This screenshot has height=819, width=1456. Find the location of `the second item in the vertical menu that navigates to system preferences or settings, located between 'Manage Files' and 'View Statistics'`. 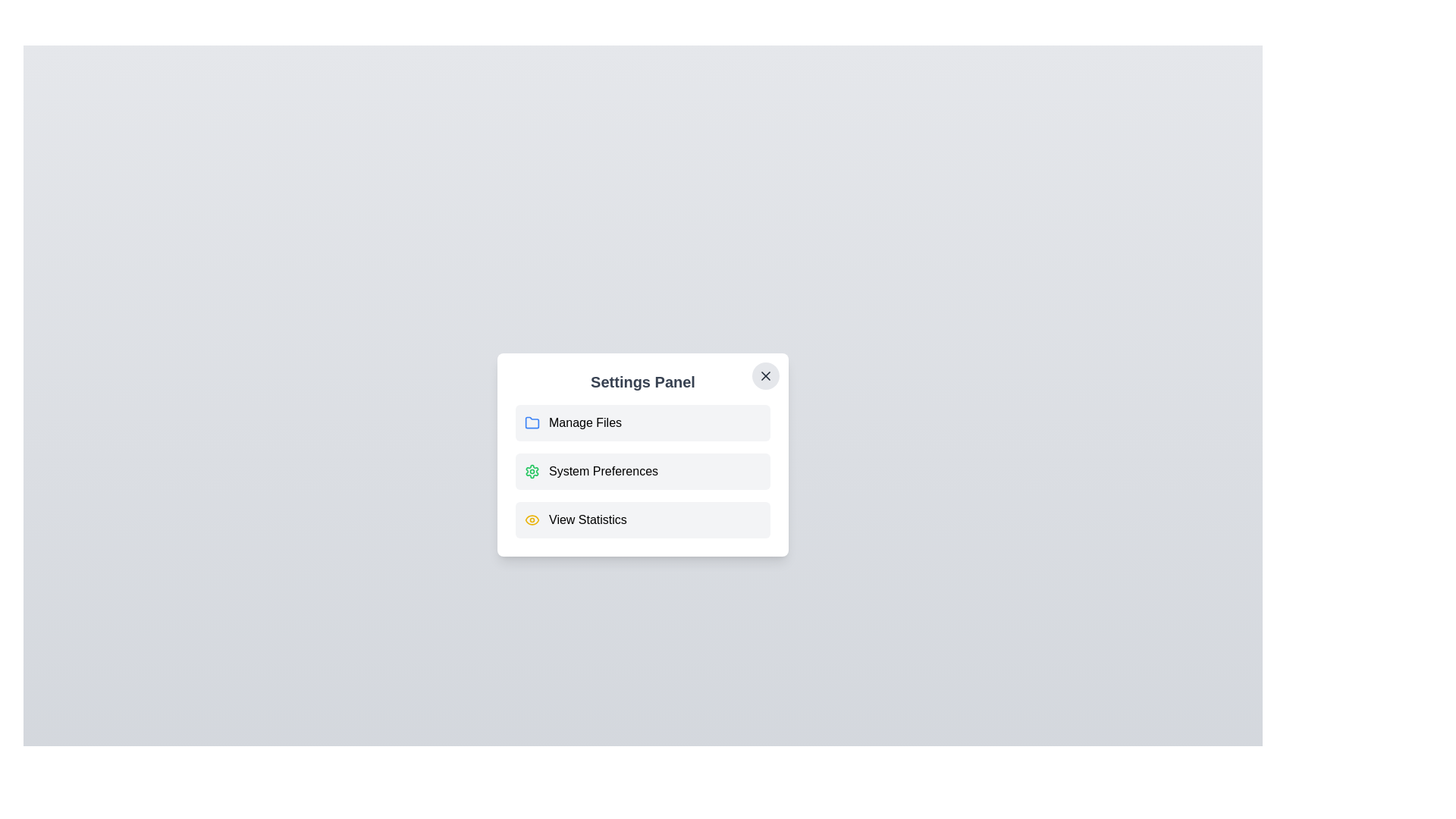

the second item in the vertical menu that navigates to system preferences or settings, located between 'Manage Files' and 'View Statistics' is located at coordinates (643, 470).